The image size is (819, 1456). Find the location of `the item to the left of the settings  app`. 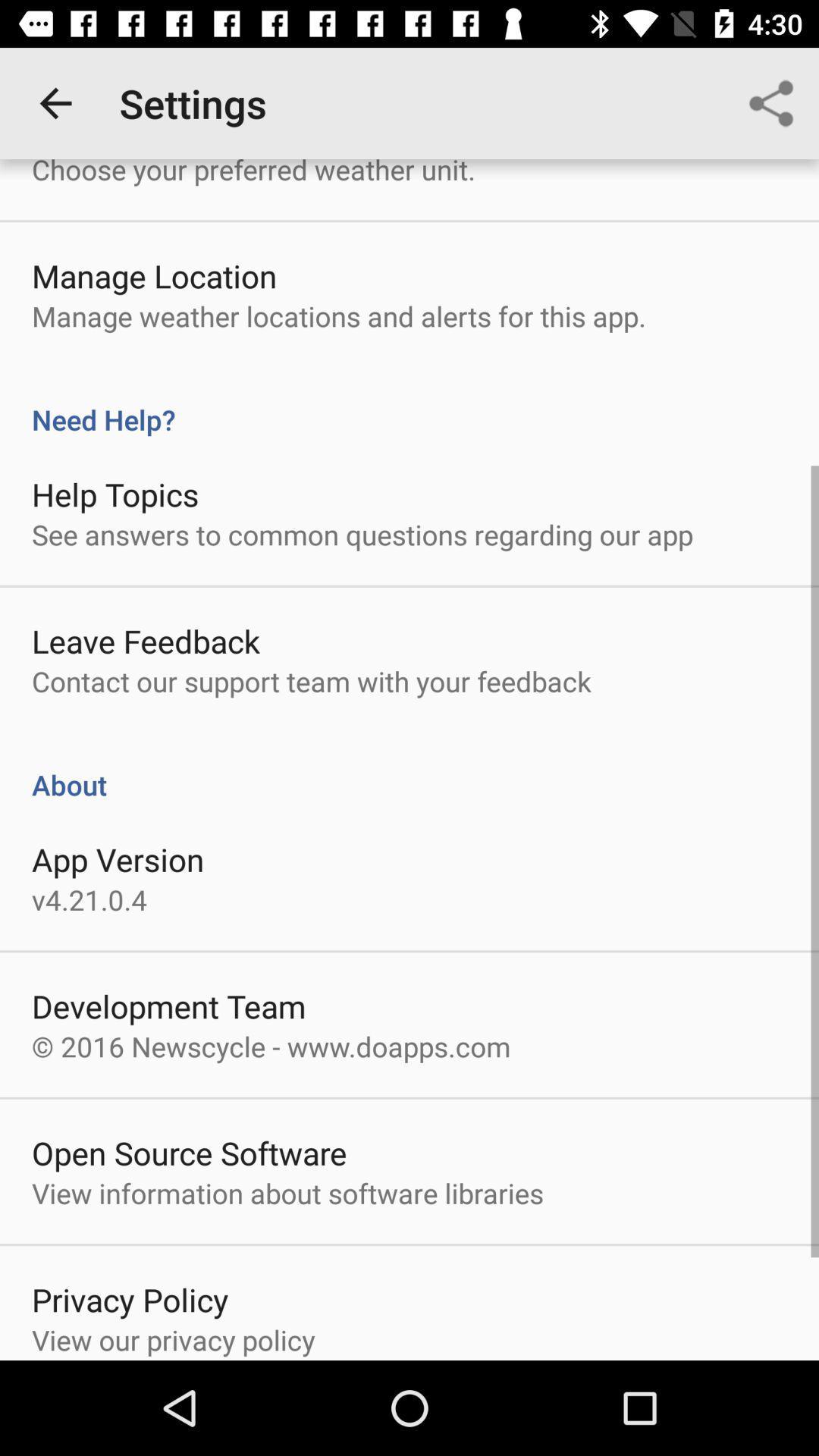

the item to the left of the settings  app is located at coordinates (55, 102).